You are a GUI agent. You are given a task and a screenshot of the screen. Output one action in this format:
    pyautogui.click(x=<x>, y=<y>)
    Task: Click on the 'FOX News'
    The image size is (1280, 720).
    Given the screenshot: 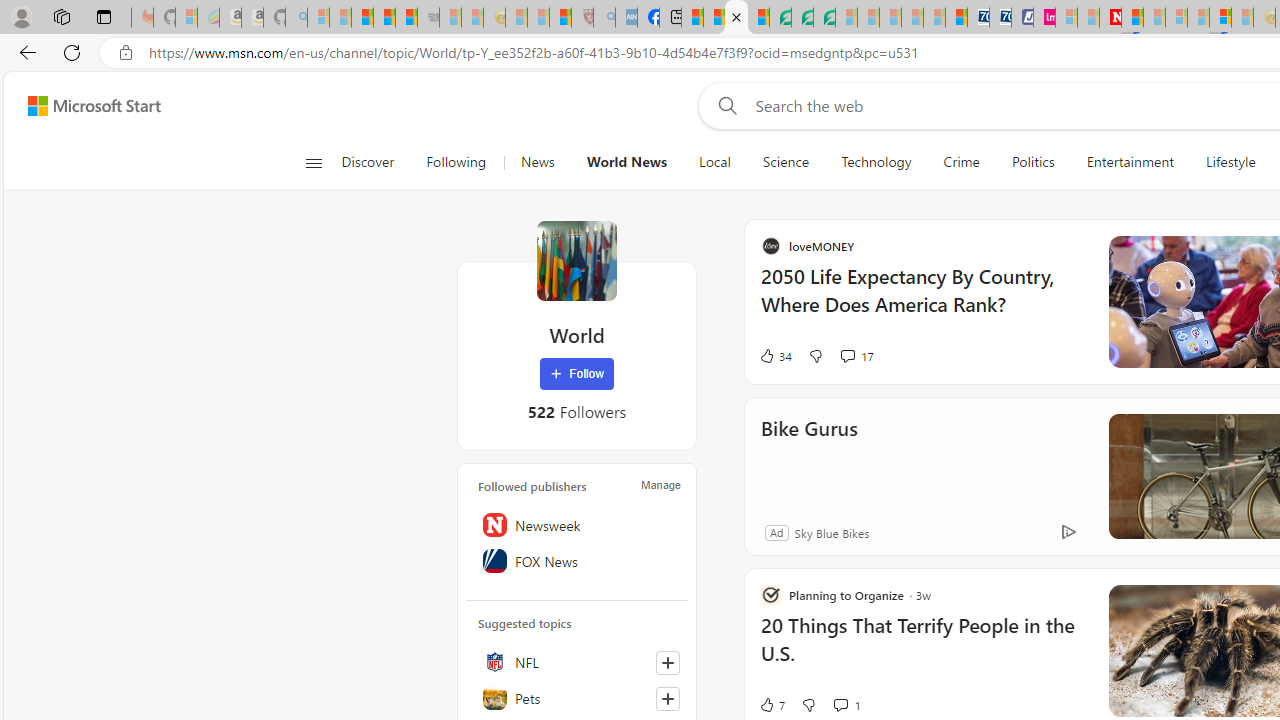 What is the action you would take?
    pyautogui.click(x=576, y=561)
    